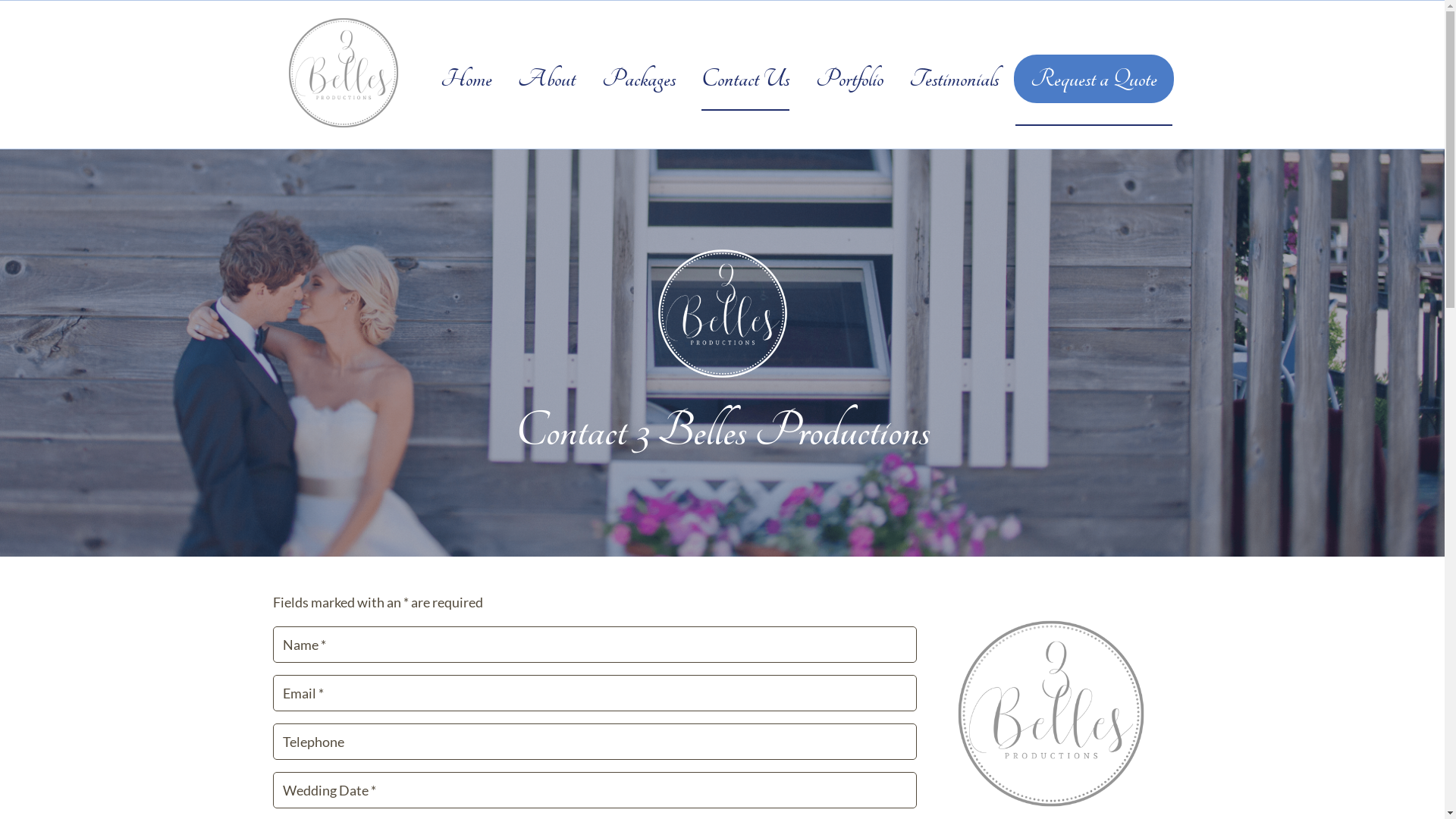 This screenshot has width=1456, height=819. What do you see at coordinates (465, 79) in the screenshot?
I see `'Home'` at bounding box center [465, 79].